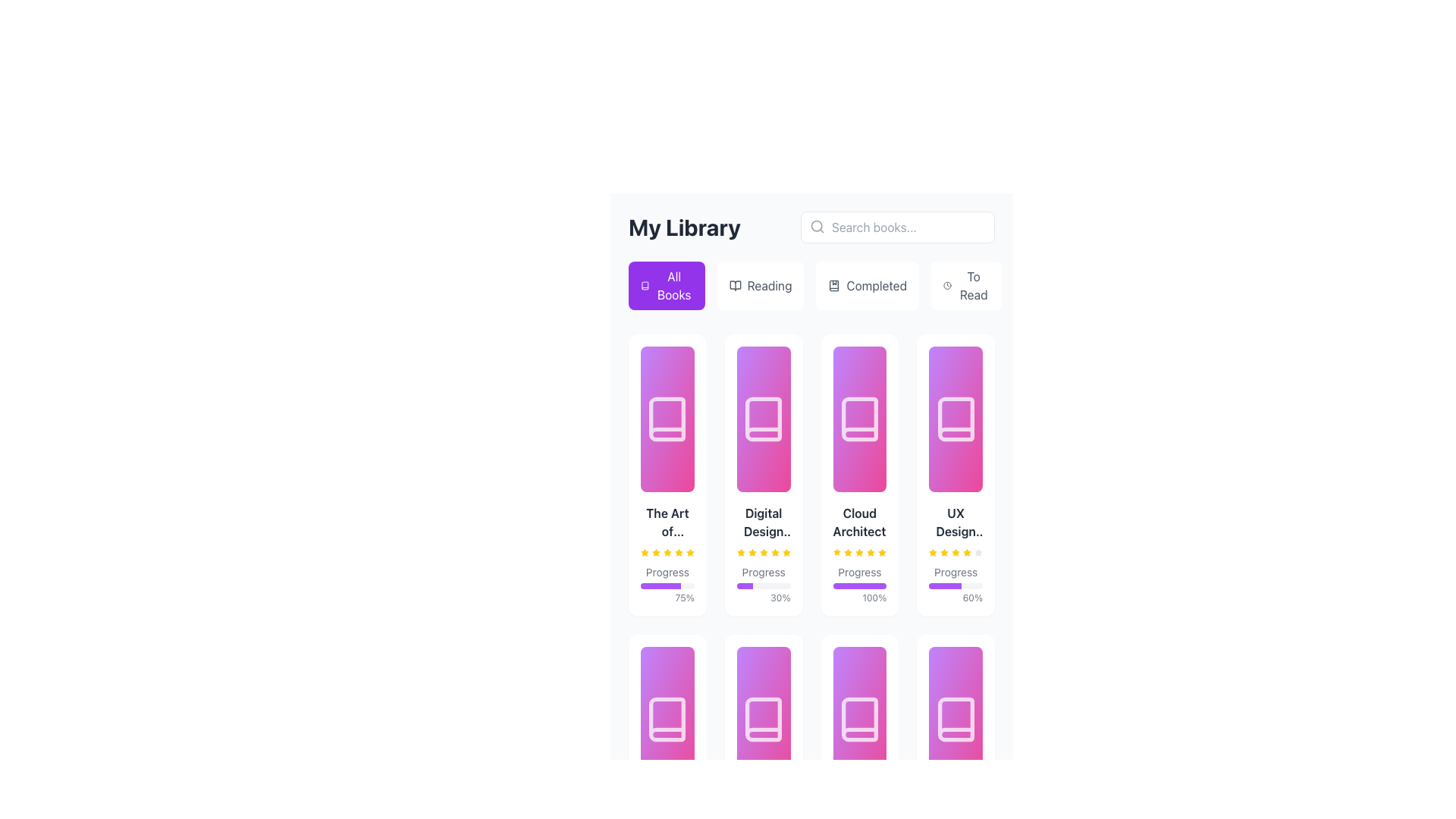 This screenshot has width=1456, height=819. What do you see at coordinates (764, 552) in the screenshot?
I see `the third star icon in the rating section under the book titled 'Digital Design..'` at bounding box center [764, 552].